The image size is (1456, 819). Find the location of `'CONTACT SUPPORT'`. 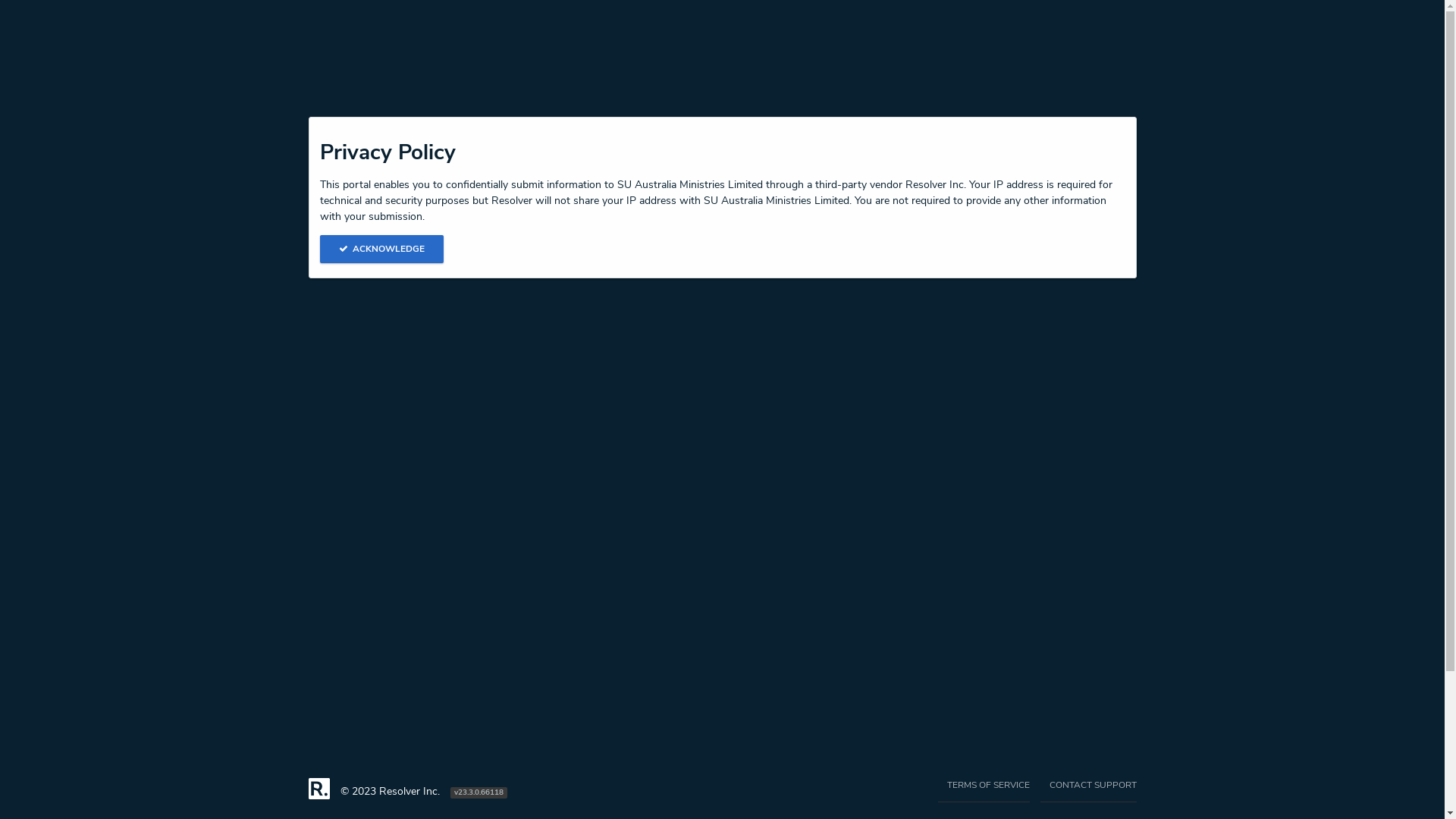

'CONTACT SUPPORT' is located at coordinates (1040, 789).